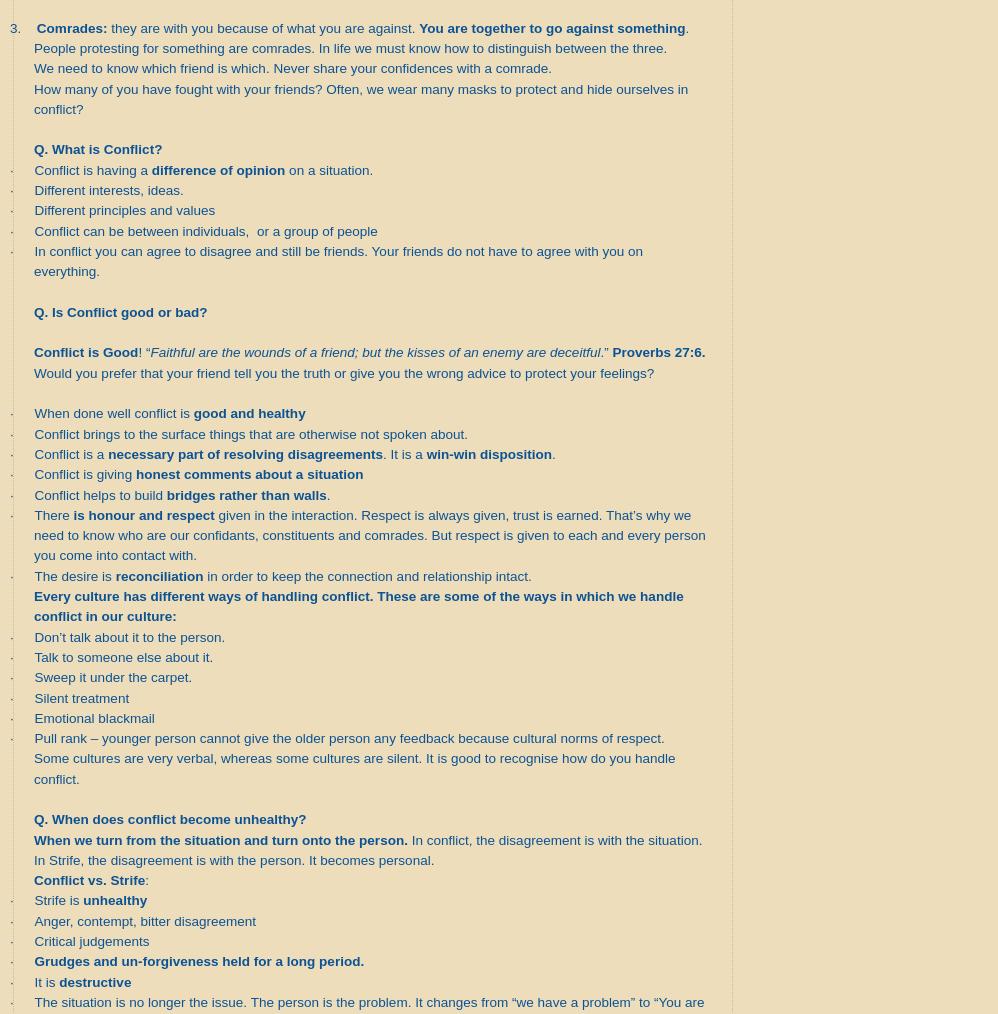 The height and width of the screenshot is (1014, 998). What do you see at coordinates (73, 574) in the screenshot?
I see `'The desire is'` at bounding box center [73, 574].